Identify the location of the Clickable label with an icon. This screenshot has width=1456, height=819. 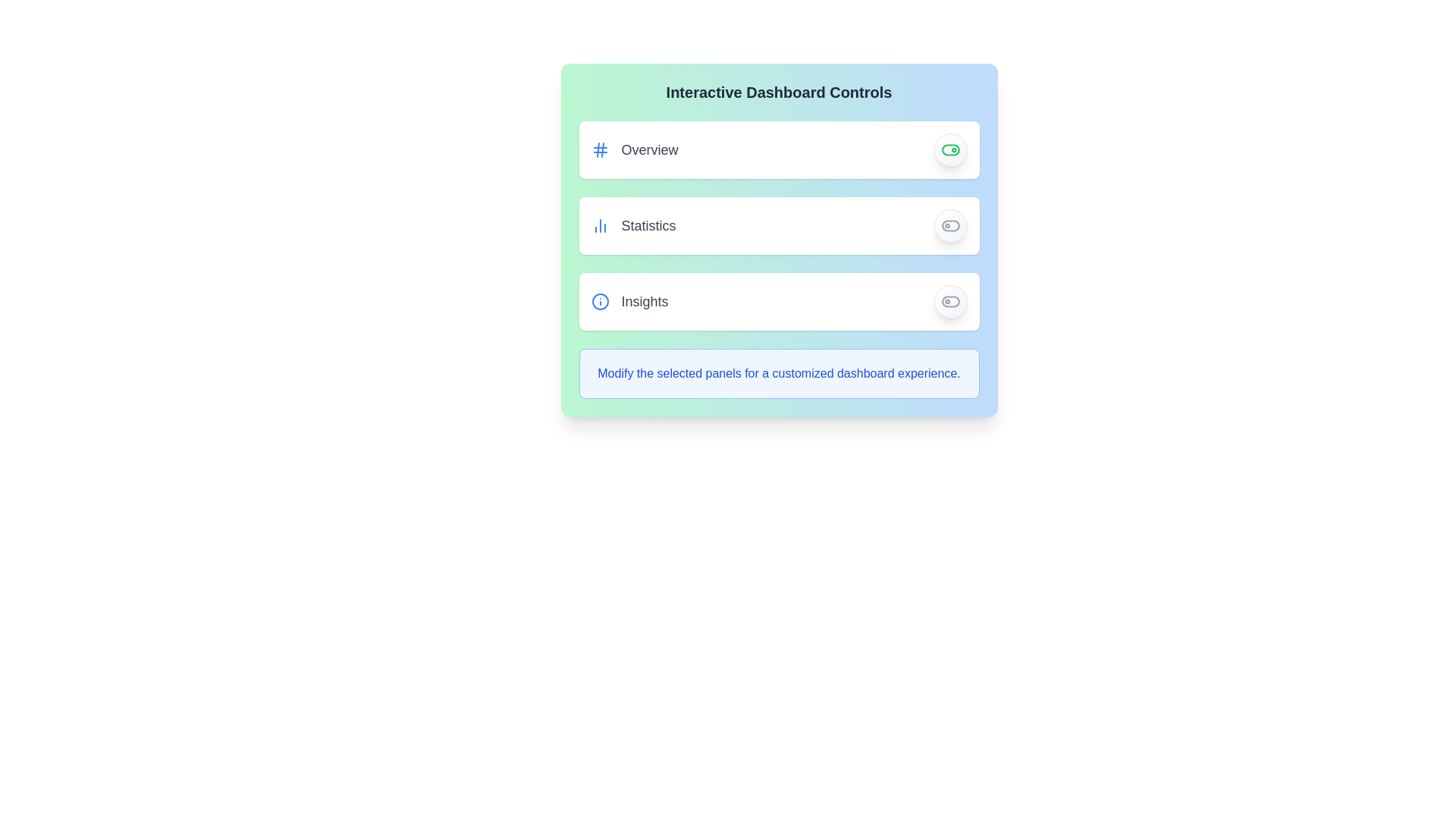
(633, 225).